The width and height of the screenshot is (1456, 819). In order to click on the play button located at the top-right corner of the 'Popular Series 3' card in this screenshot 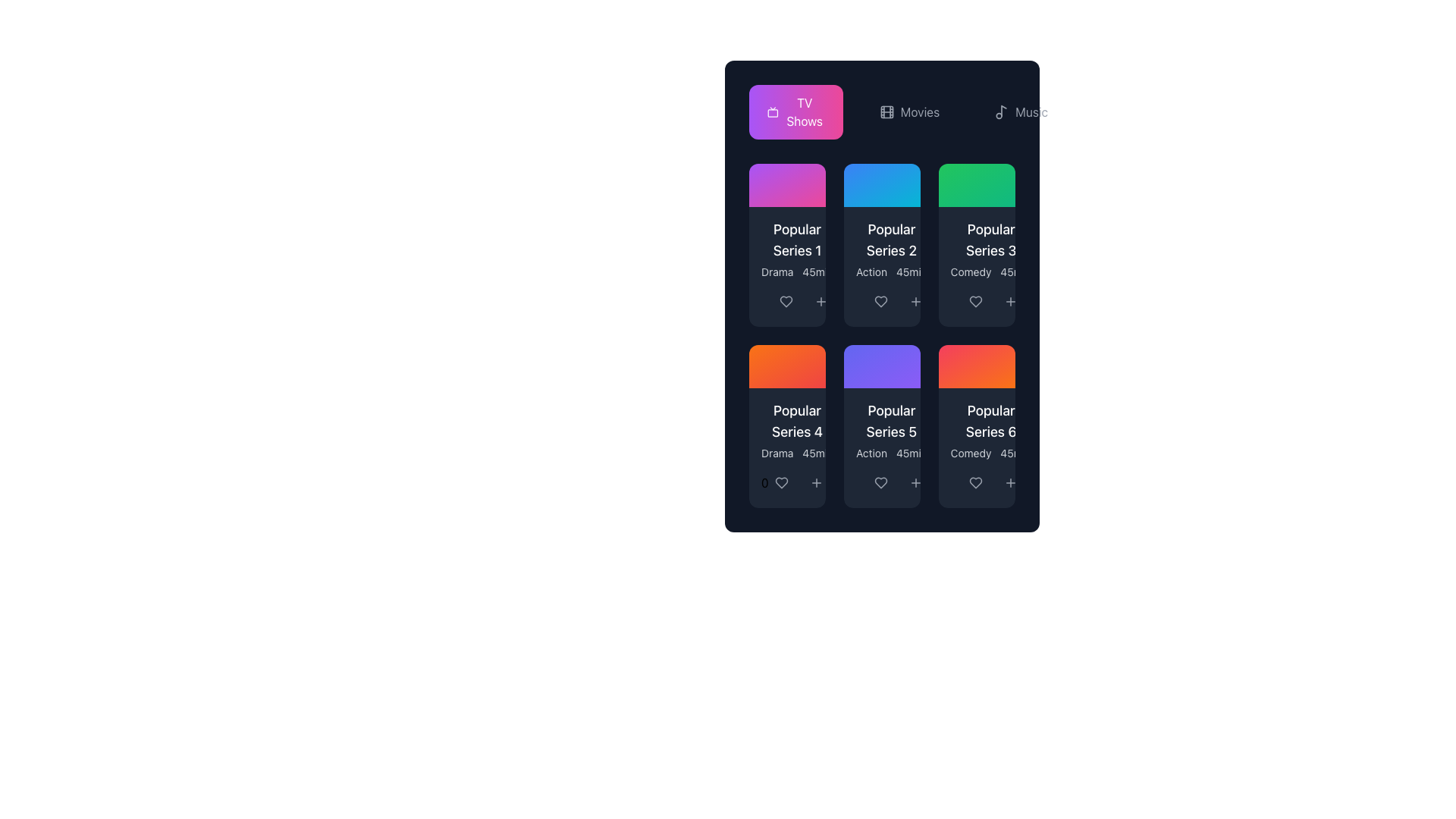, I will do `click(977, 184)`.